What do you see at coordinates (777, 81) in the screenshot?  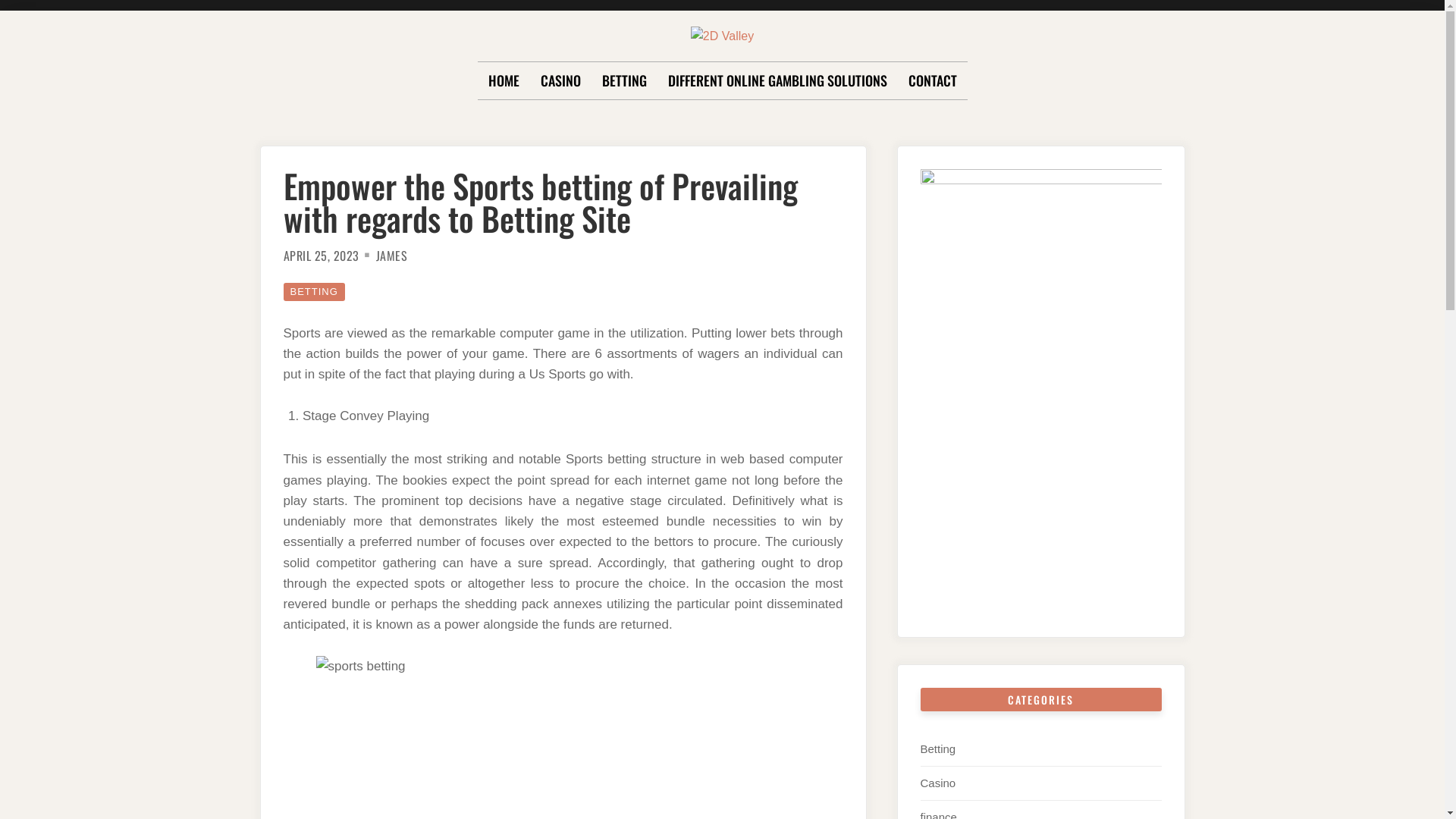 I see `'DIFFERENT ONLINE GAMBLING SOLUTIONS'` at bounding box center [777, 81].